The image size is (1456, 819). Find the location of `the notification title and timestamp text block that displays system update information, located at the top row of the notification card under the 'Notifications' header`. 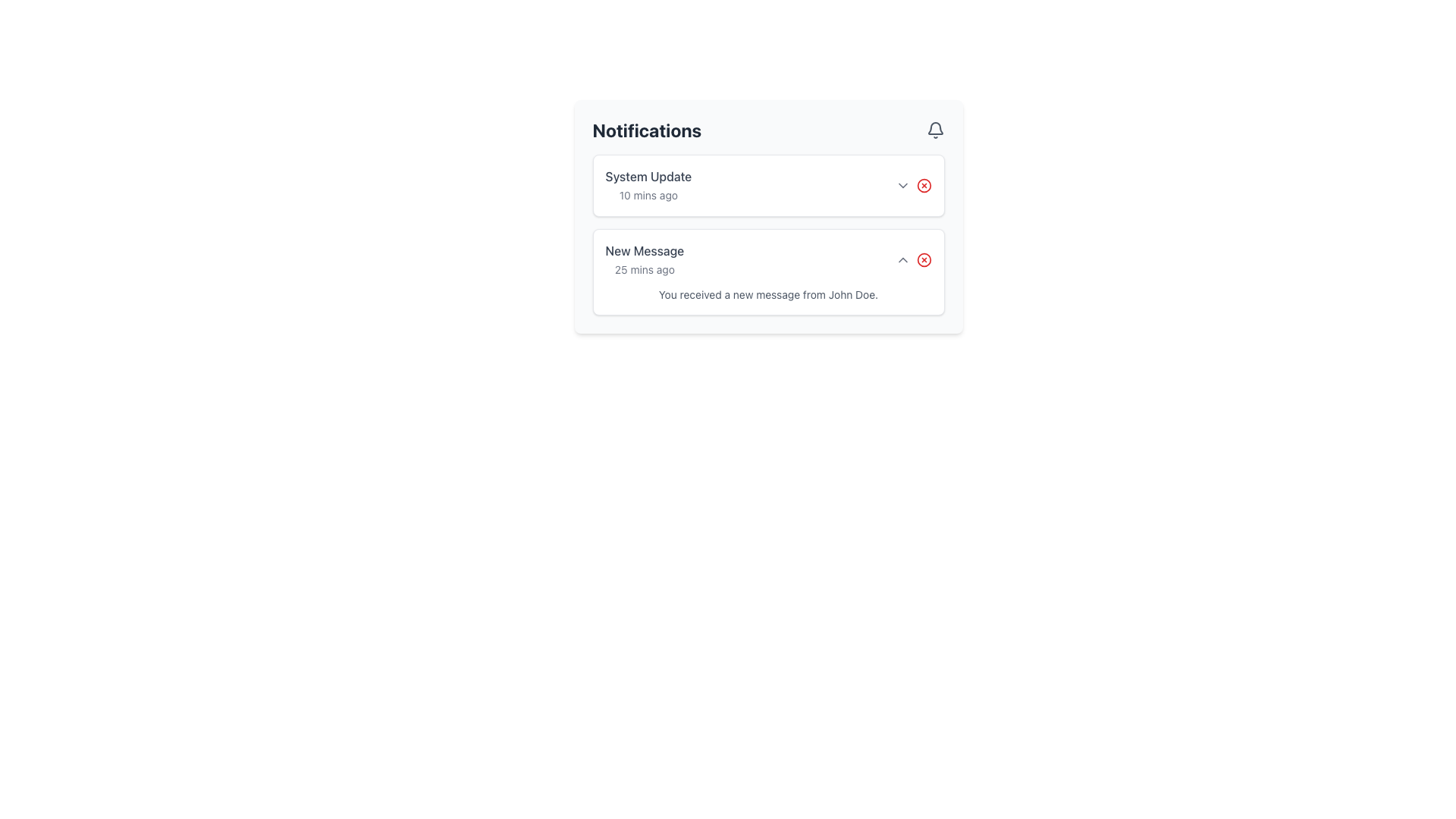

the notification title and timestamp text block that displays system update information, located at the top row of the notification card under the 'Notifications' header is located at coordinates (648, 185).